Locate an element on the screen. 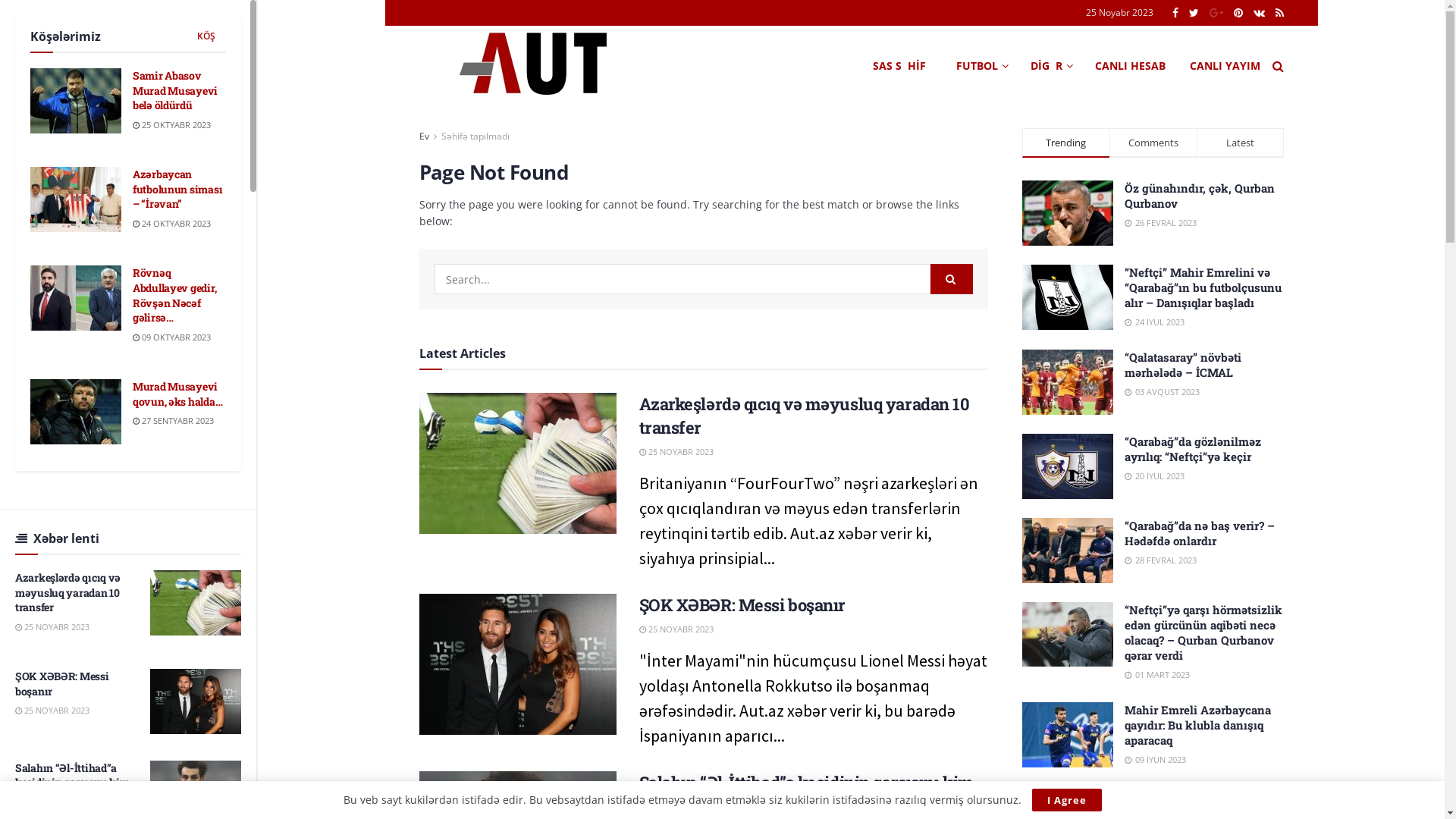 Image resolution: width=1456 pixels, height=819 pixels. 'Ev' is located at coordinates (423, 135).